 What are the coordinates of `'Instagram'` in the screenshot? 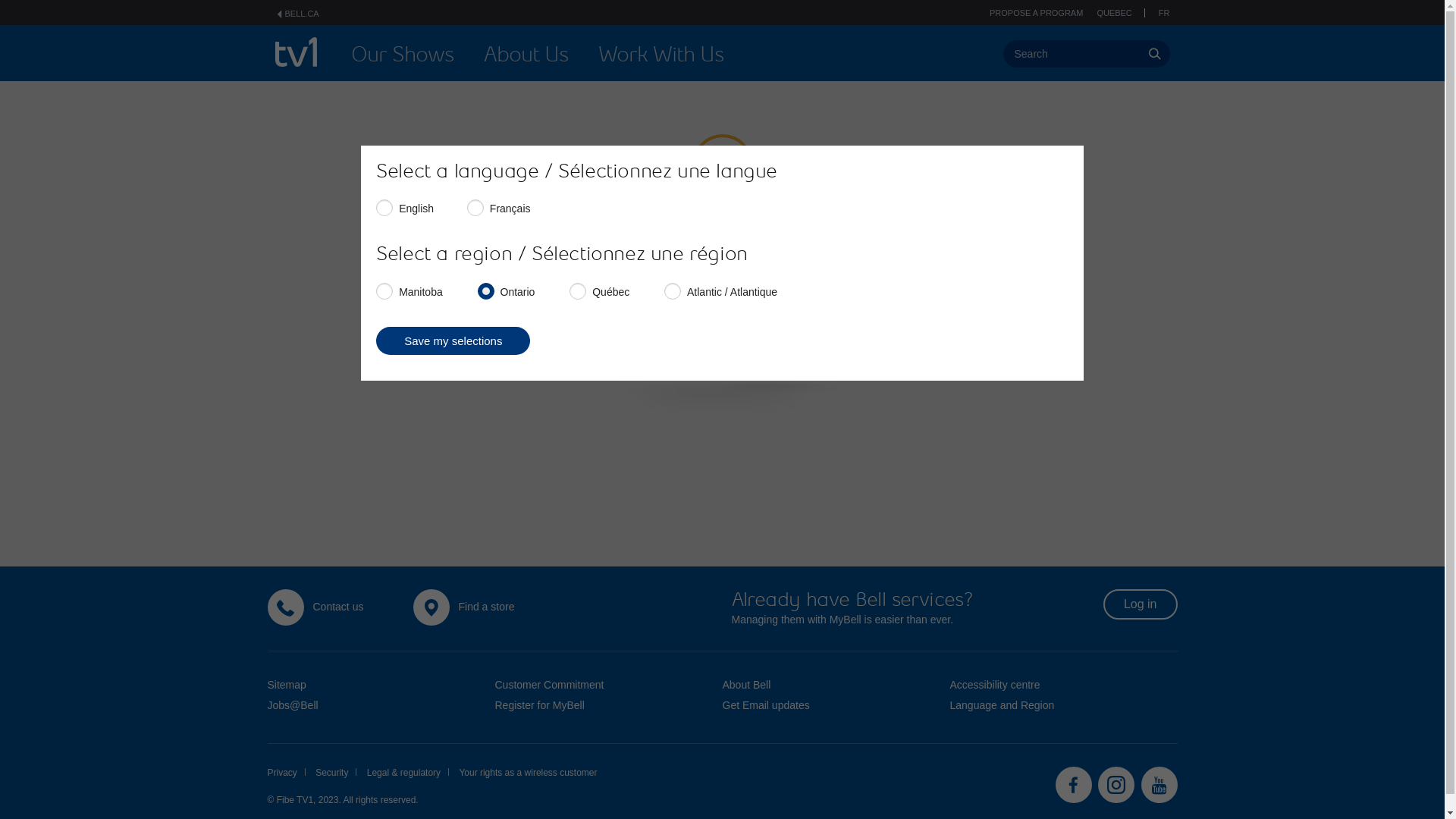 It's located at (1116, 784).